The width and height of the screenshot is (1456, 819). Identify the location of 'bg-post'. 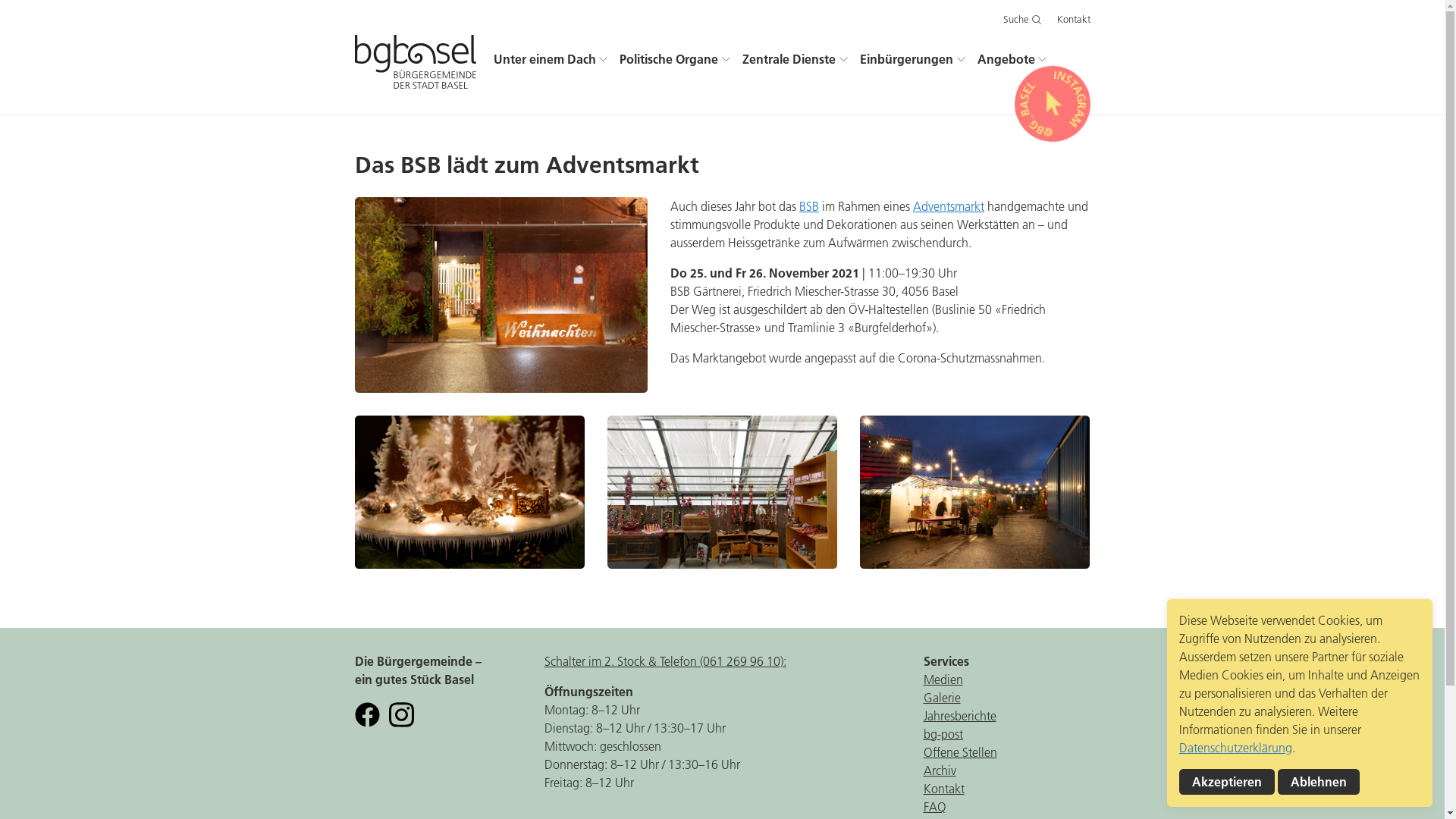
(942, 733).